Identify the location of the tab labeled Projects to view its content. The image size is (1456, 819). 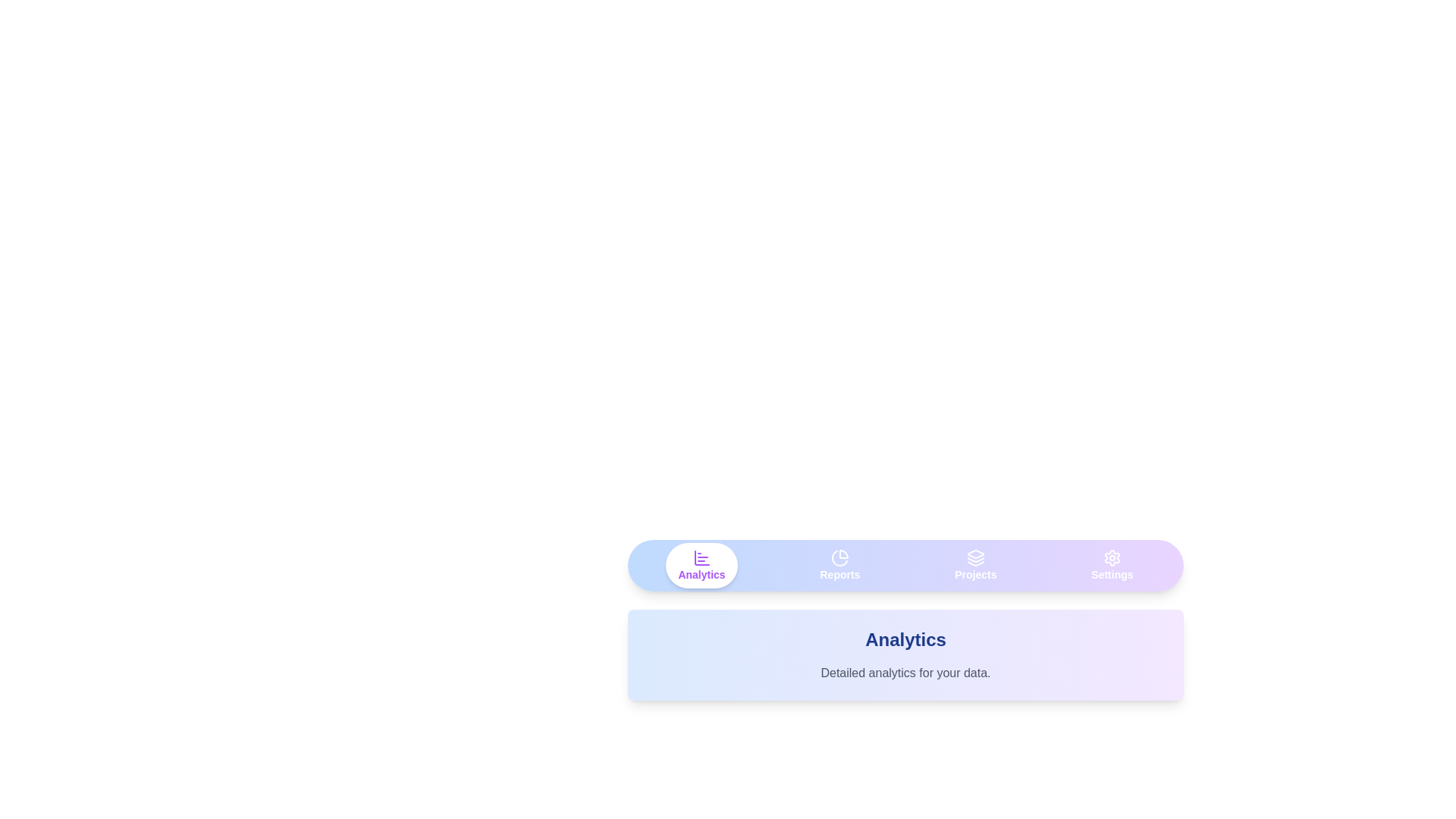
(975, 565).